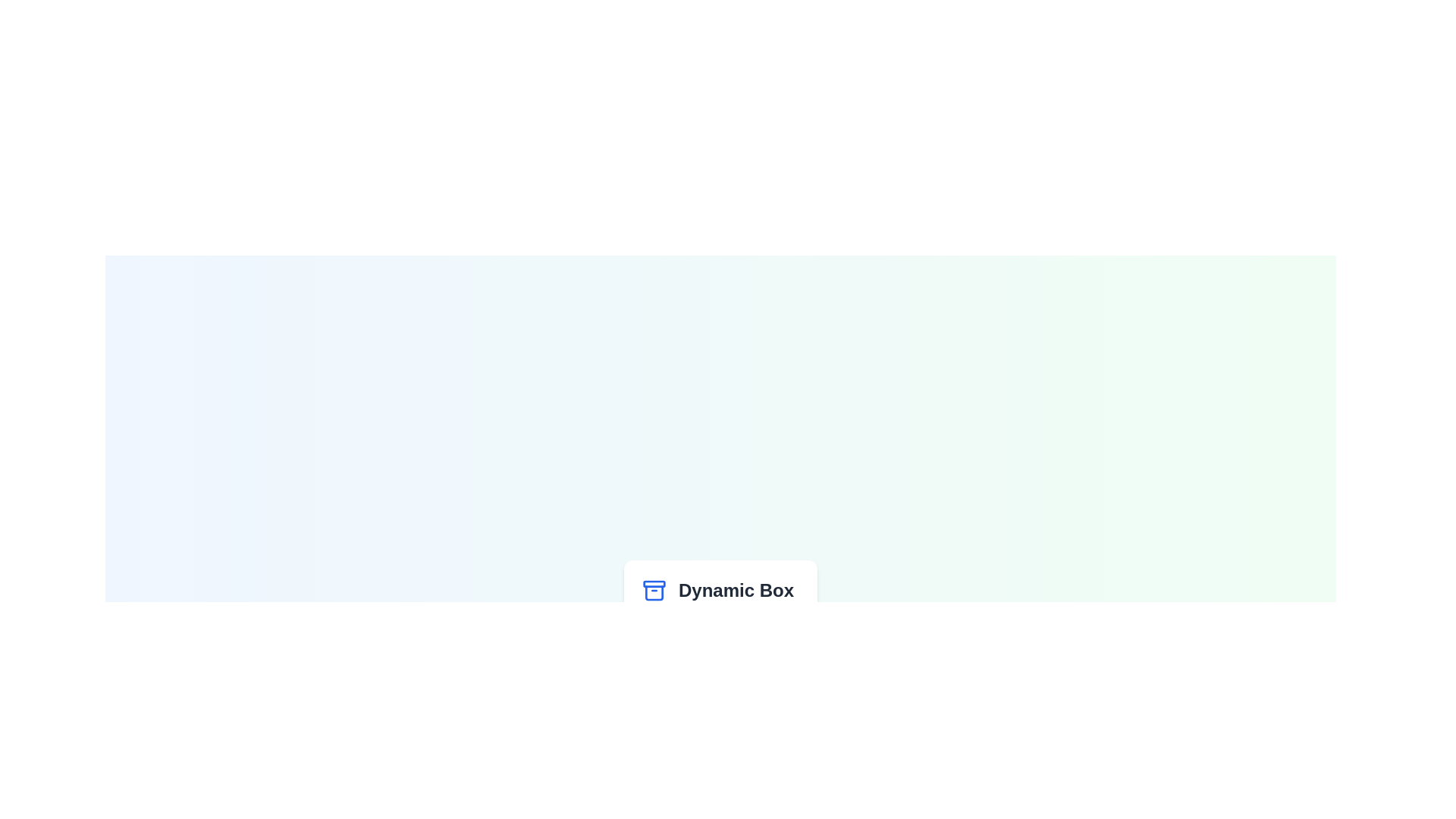 This screenshot has width=1456, height=819. I want to click on the top rectangular bar of the archive-like icon located to the left of the label text 'Dynamic Box', so click(654, 583).